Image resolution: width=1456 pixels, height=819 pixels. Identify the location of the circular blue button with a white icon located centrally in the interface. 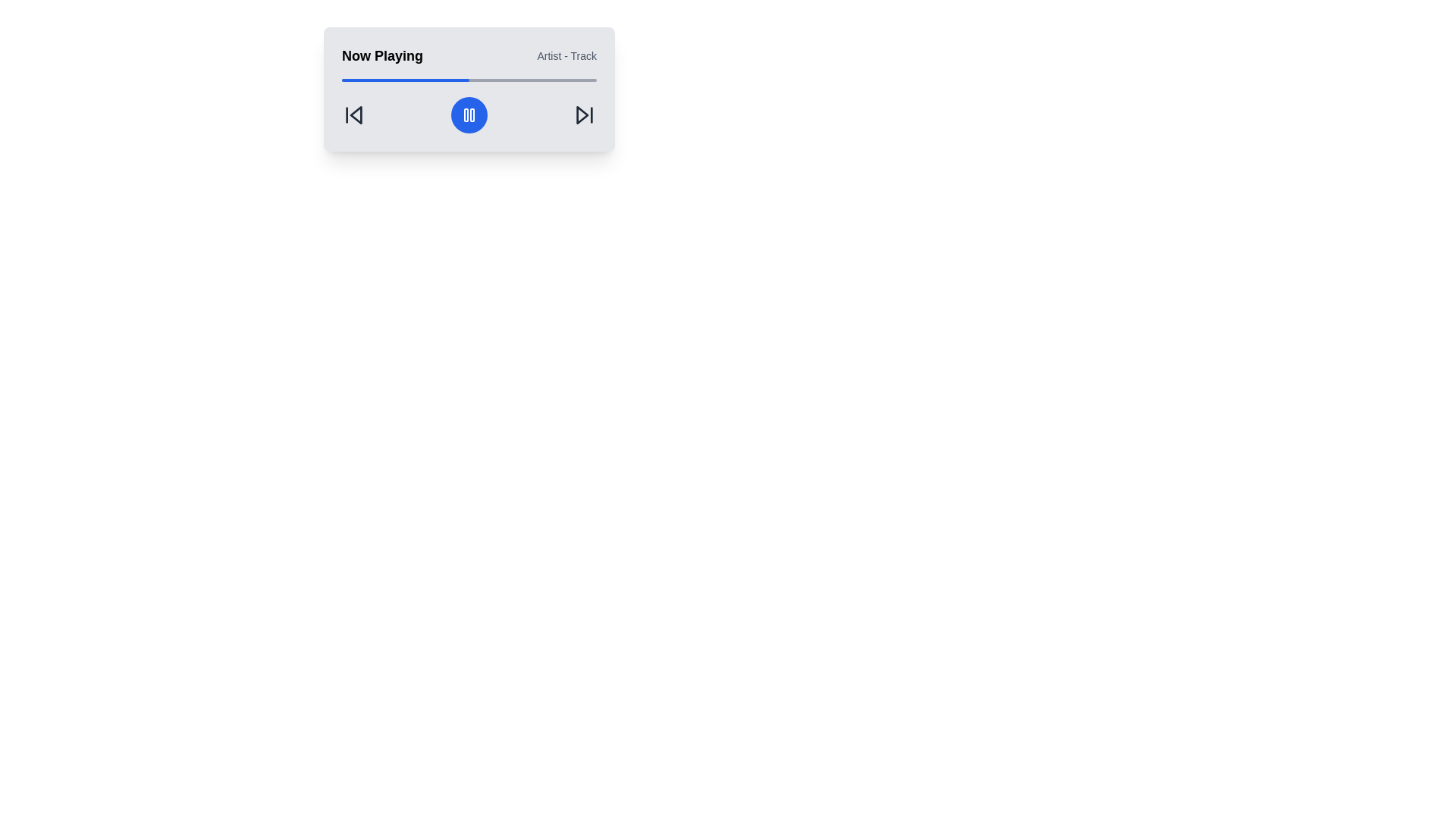
(469, 114).